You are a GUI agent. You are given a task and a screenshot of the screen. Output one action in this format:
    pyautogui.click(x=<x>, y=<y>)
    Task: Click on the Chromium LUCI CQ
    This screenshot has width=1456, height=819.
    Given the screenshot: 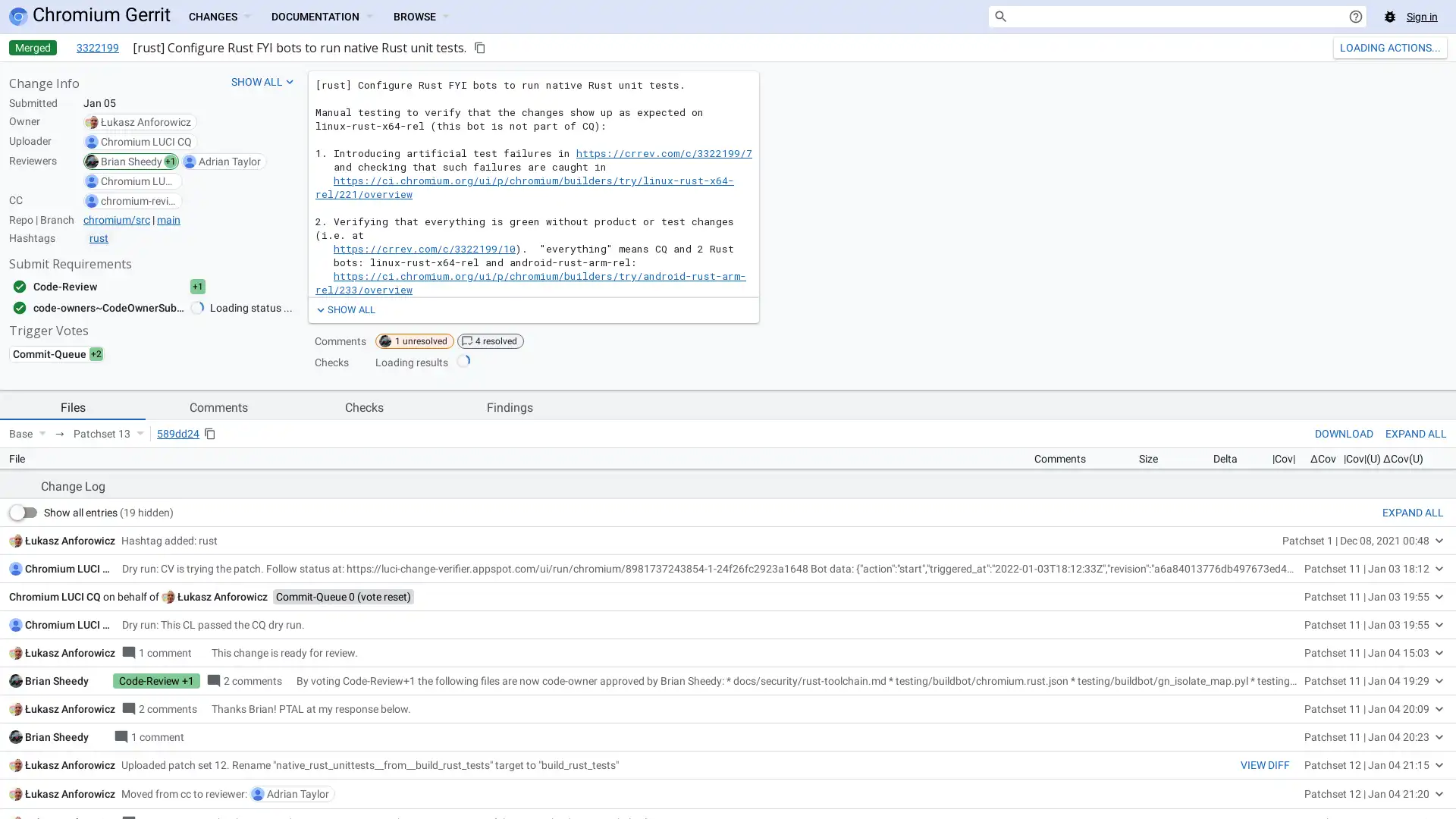 What is the action you would take?
    pyautogui.click(x=138, y=180)
    